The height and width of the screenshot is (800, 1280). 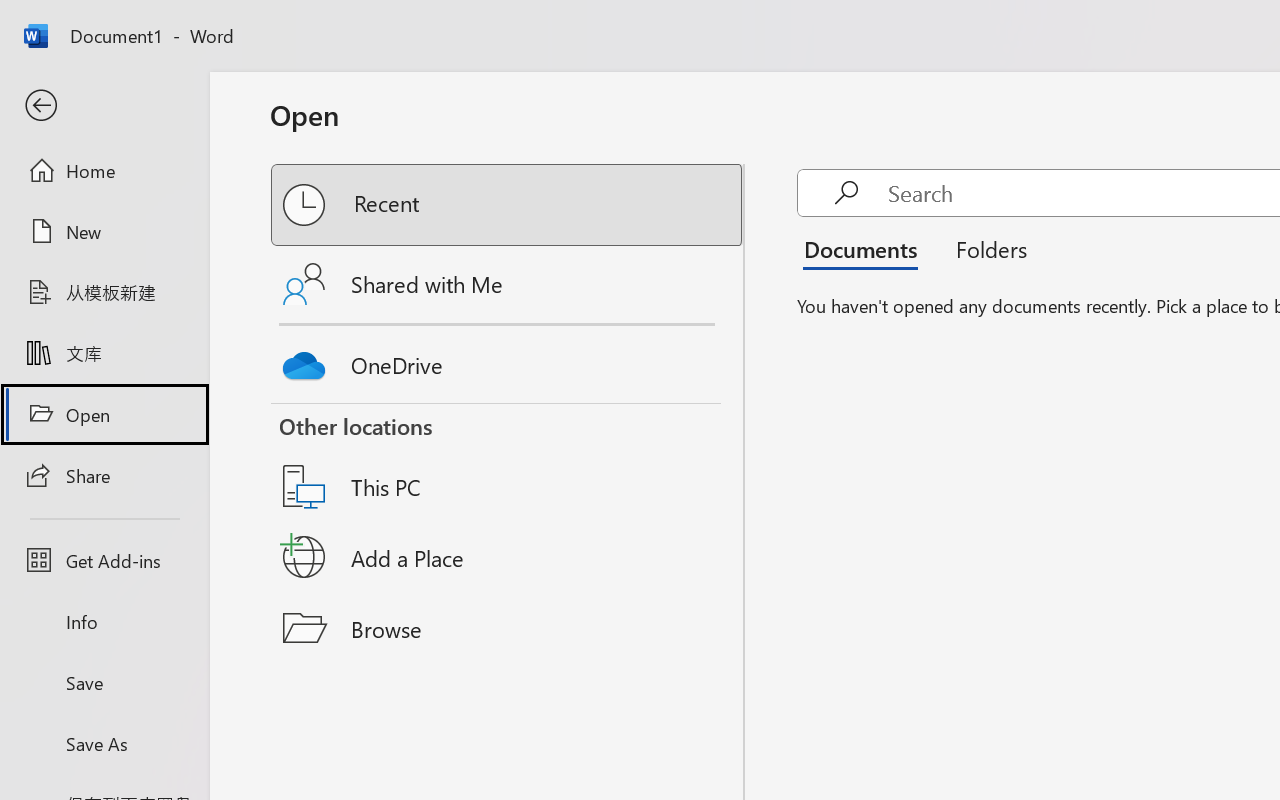 I want to click on 'Folders', so click(x=984, y=248).